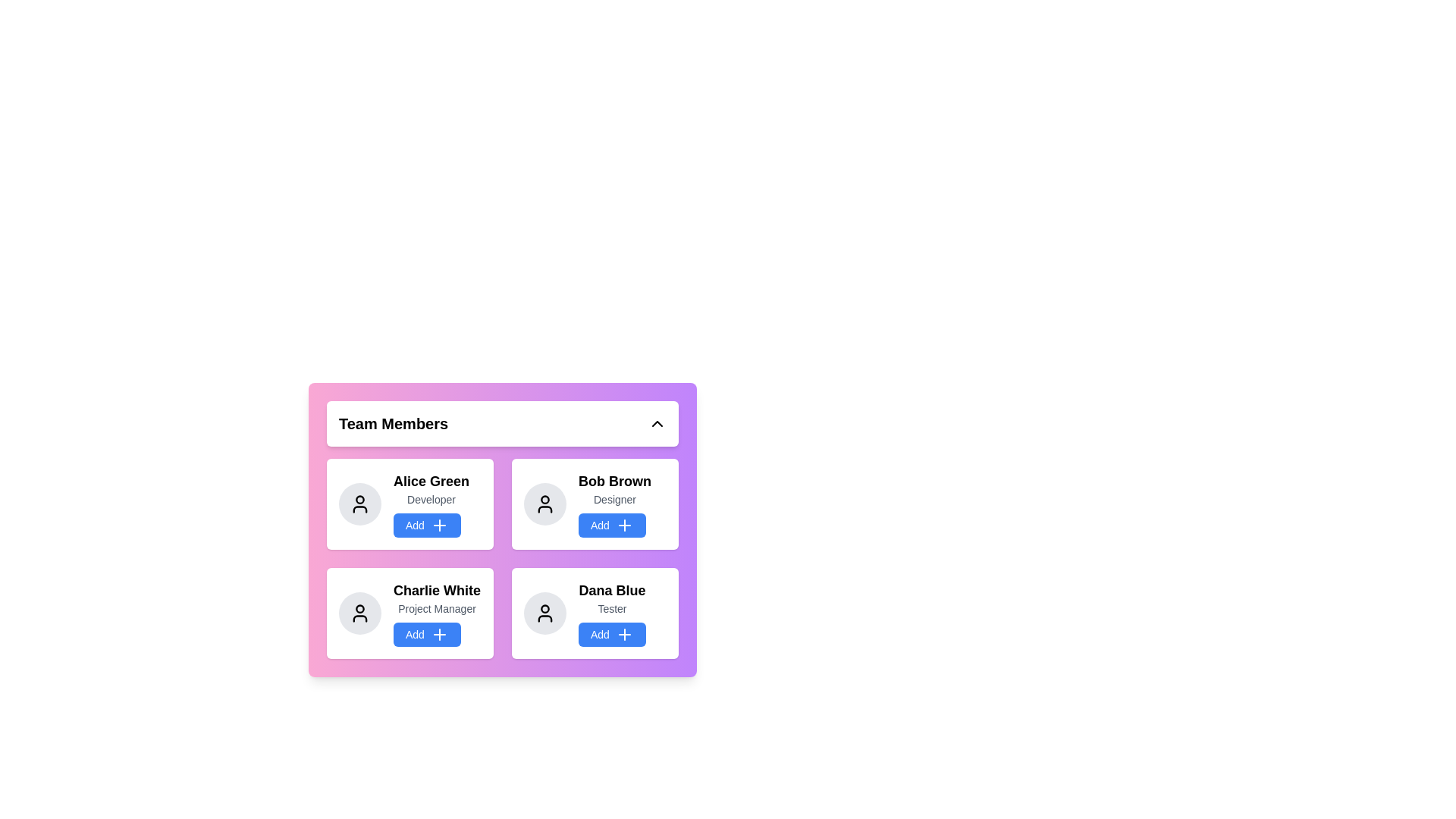 Image resolution: width=1456 pixels, height=819 pixels. I want to click on the Avatar placeholder for the user 'Alice Green', who is a Developer, located in the top-left card of the 2x2 grid layout, so click(359, 504).